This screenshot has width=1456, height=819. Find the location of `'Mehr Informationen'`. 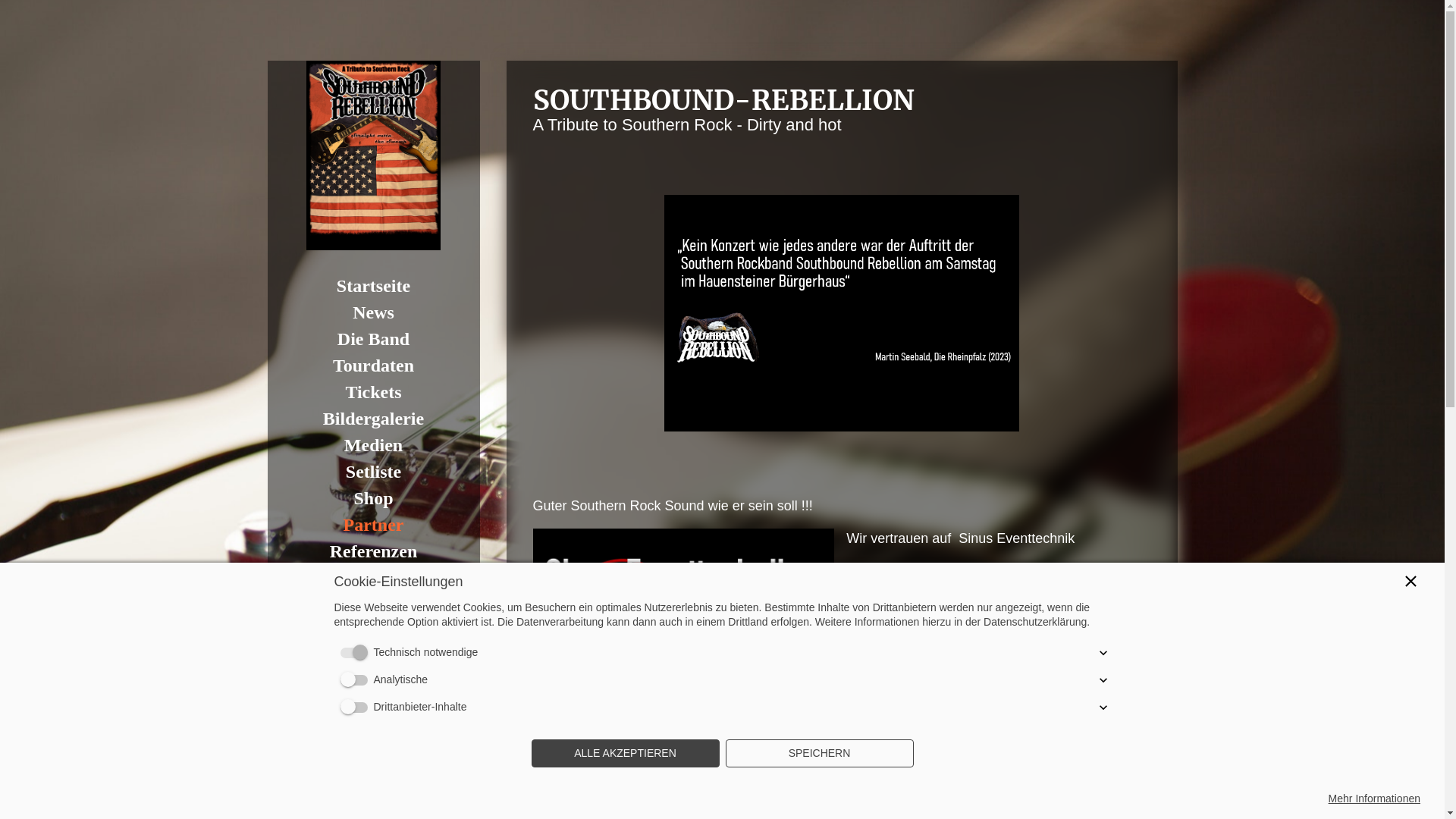

'Mehr Informationen' is located at coordinates (1374, 798).